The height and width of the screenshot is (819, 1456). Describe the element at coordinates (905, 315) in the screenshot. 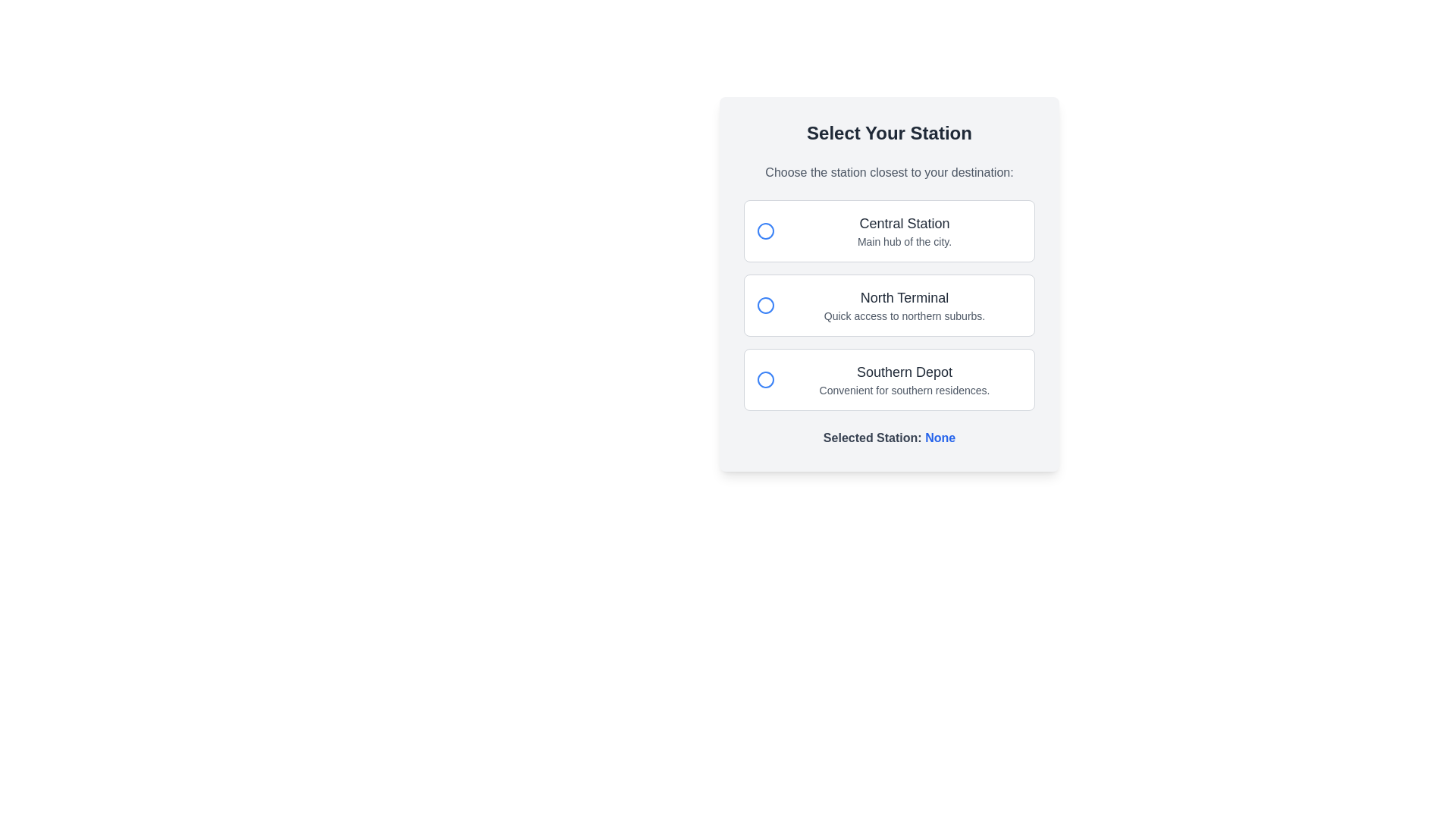

I see `the text element that reads 'Quick access to northern suburbs.', which is located directly beneath the heading 'North Terminal'` at that location.